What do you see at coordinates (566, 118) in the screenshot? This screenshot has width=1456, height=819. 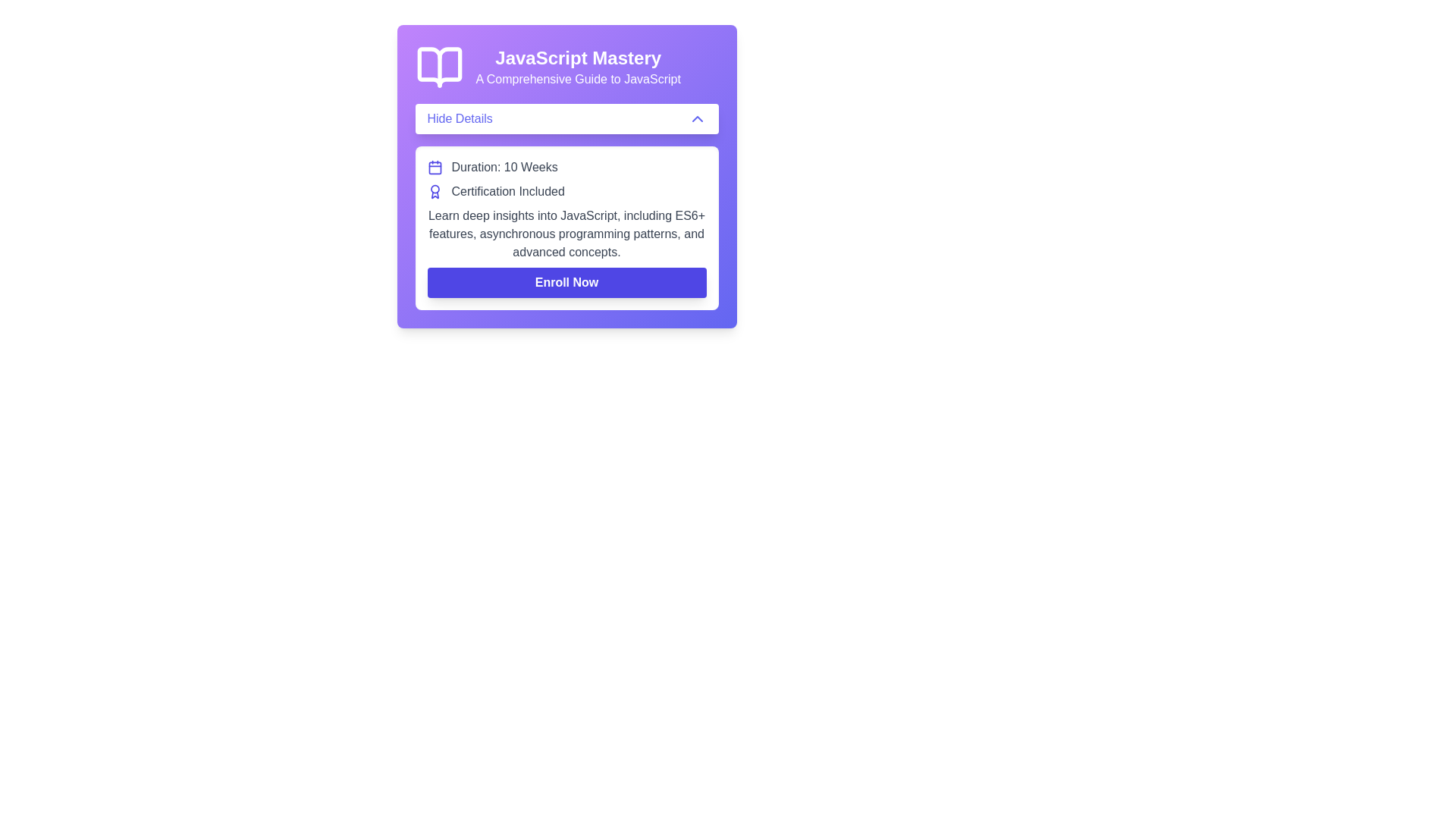 I see `the 'Hide Details' button with a white background and rounded corners located in the 'JavaScript Mastery' card` at bounding box center [566, 118].